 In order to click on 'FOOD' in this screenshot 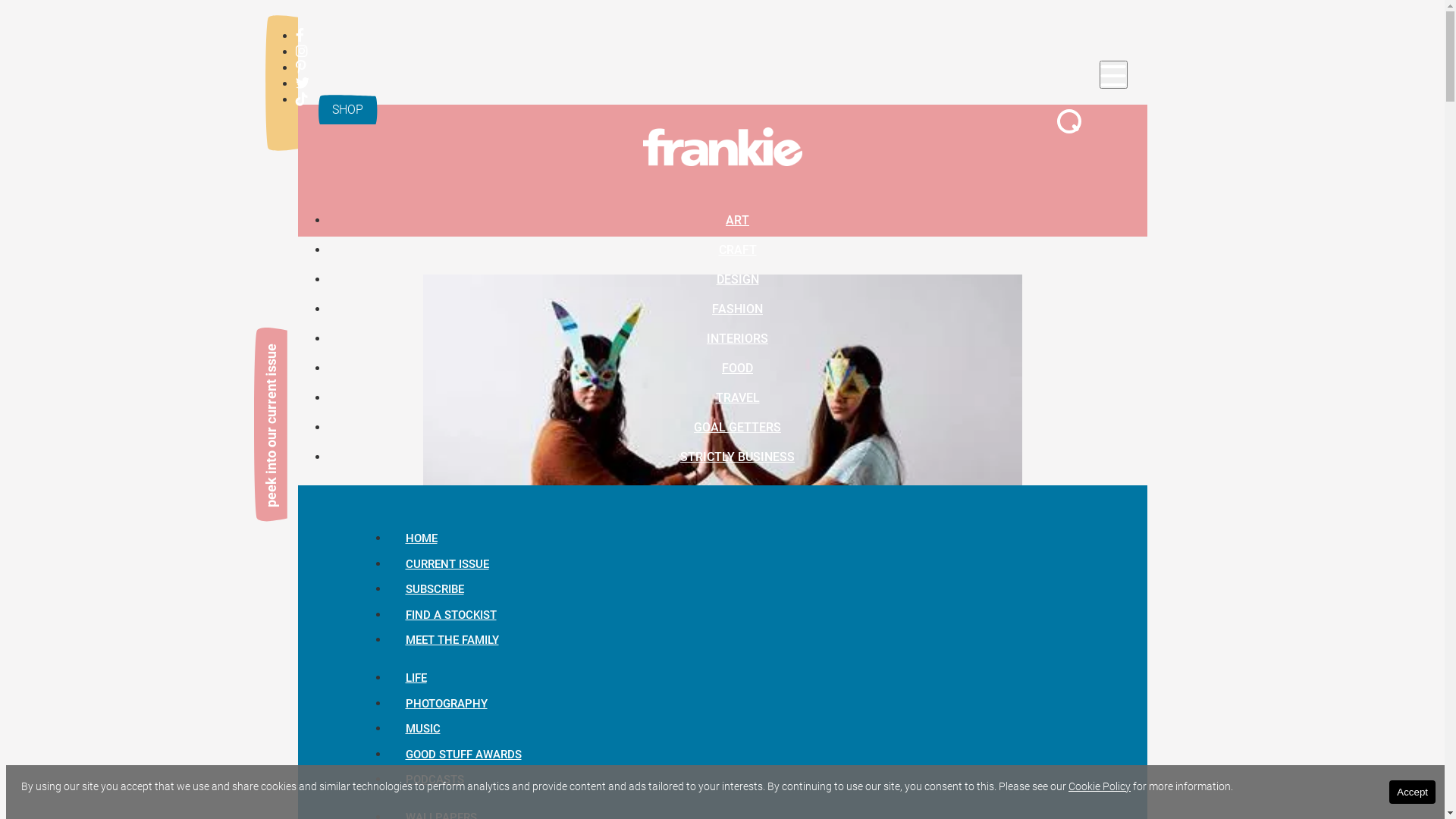, I will do `click(737, 367)`.